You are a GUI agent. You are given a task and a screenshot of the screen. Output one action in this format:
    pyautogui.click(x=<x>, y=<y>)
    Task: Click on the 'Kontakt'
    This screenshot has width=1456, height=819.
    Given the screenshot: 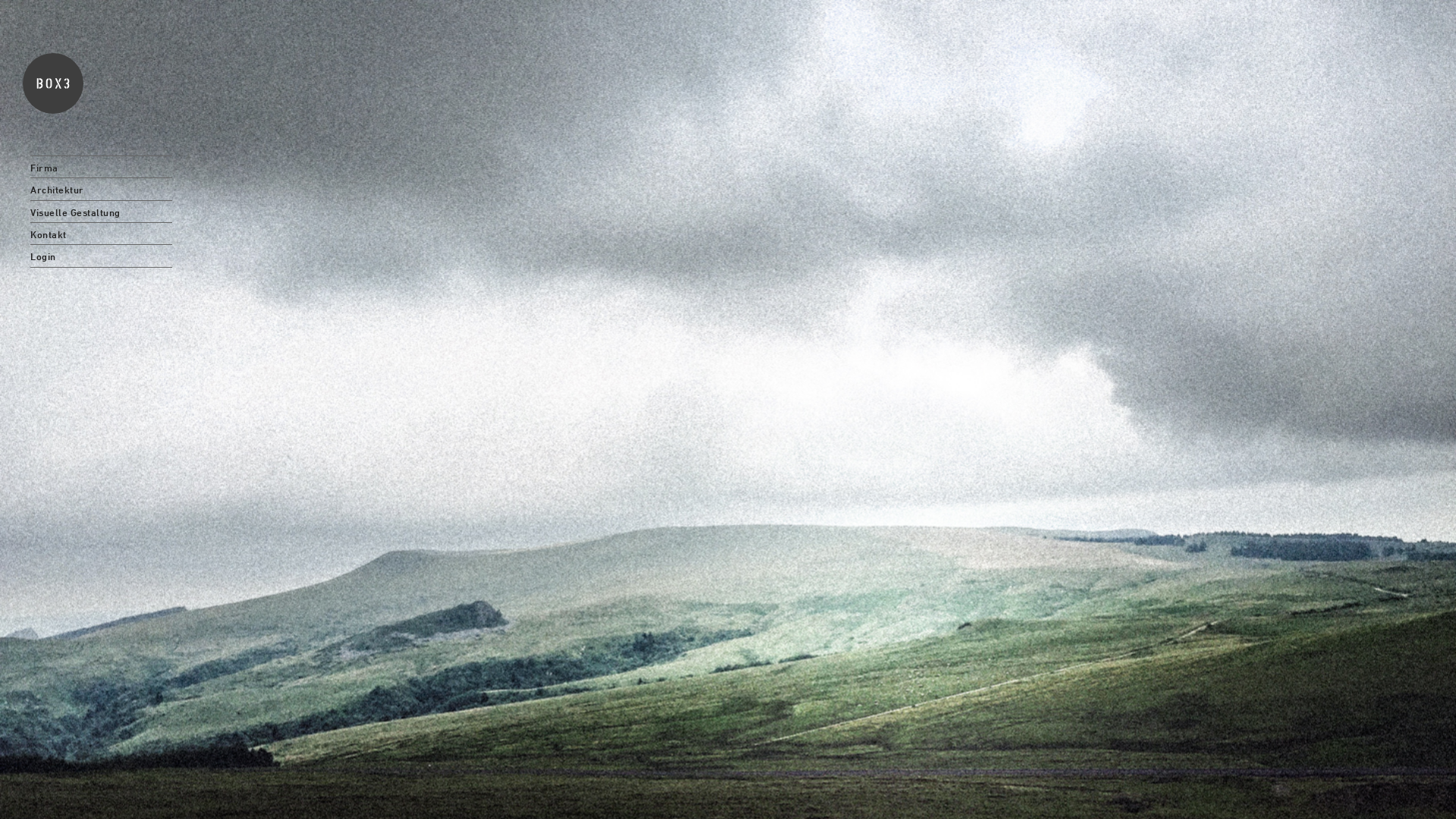 What is the action you would take?
    pyautogui.click(x=100, y=234)
    